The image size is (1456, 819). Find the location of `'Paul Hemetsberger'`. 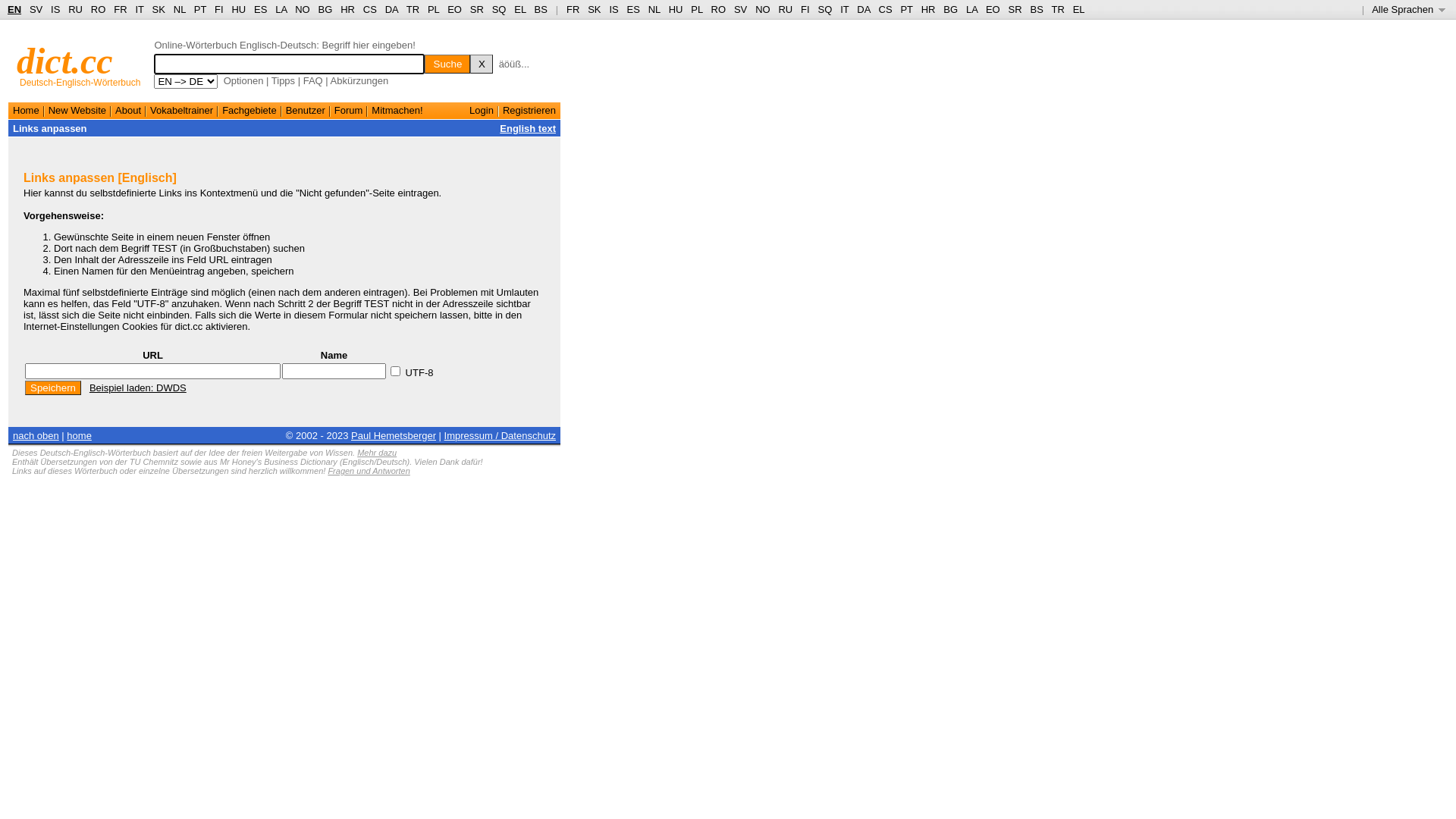

'Paul Hemetsberger' is located at coordinates (393, 435).